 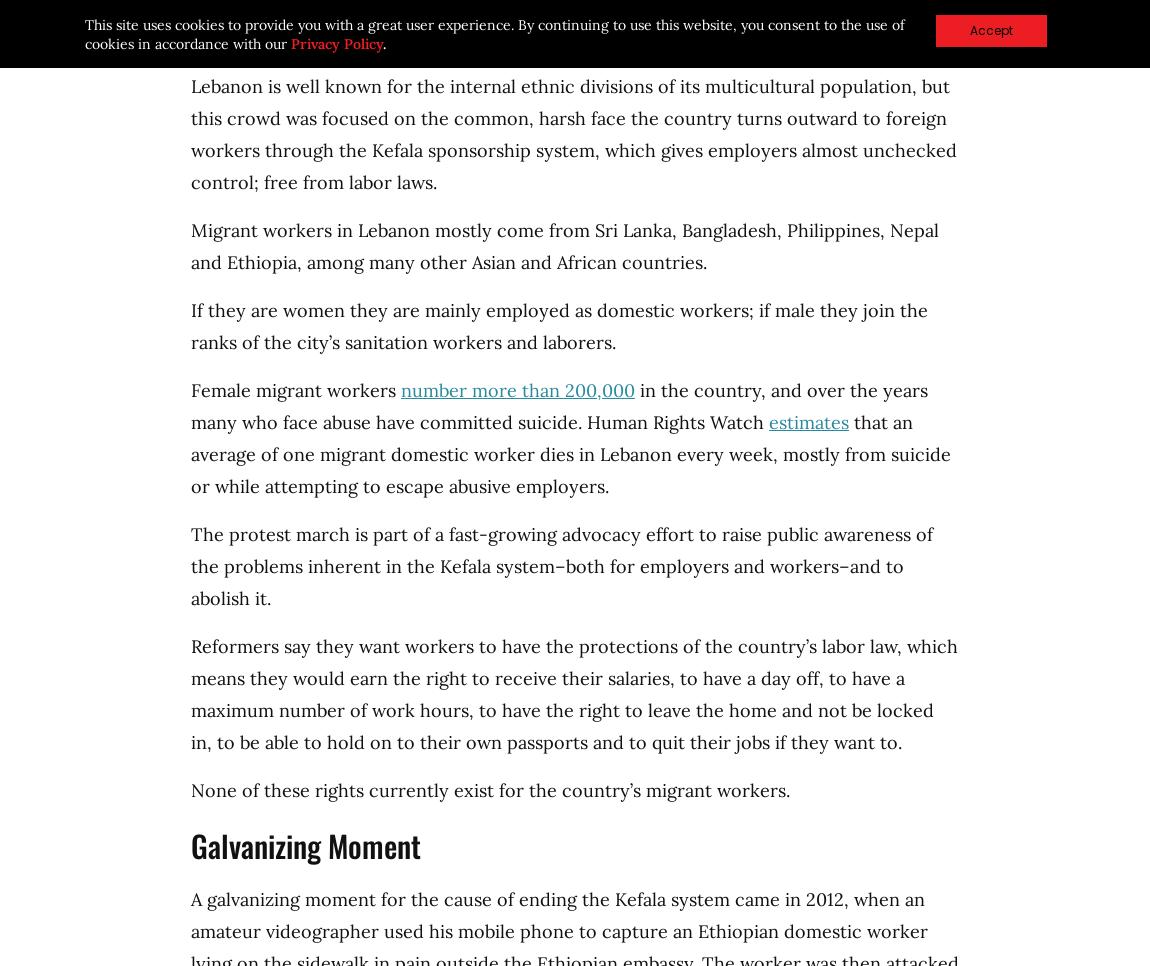 What do you see at coordinates (792, 22) in the screenshot?
I see `'consent'` at bounding box center [792, 22].